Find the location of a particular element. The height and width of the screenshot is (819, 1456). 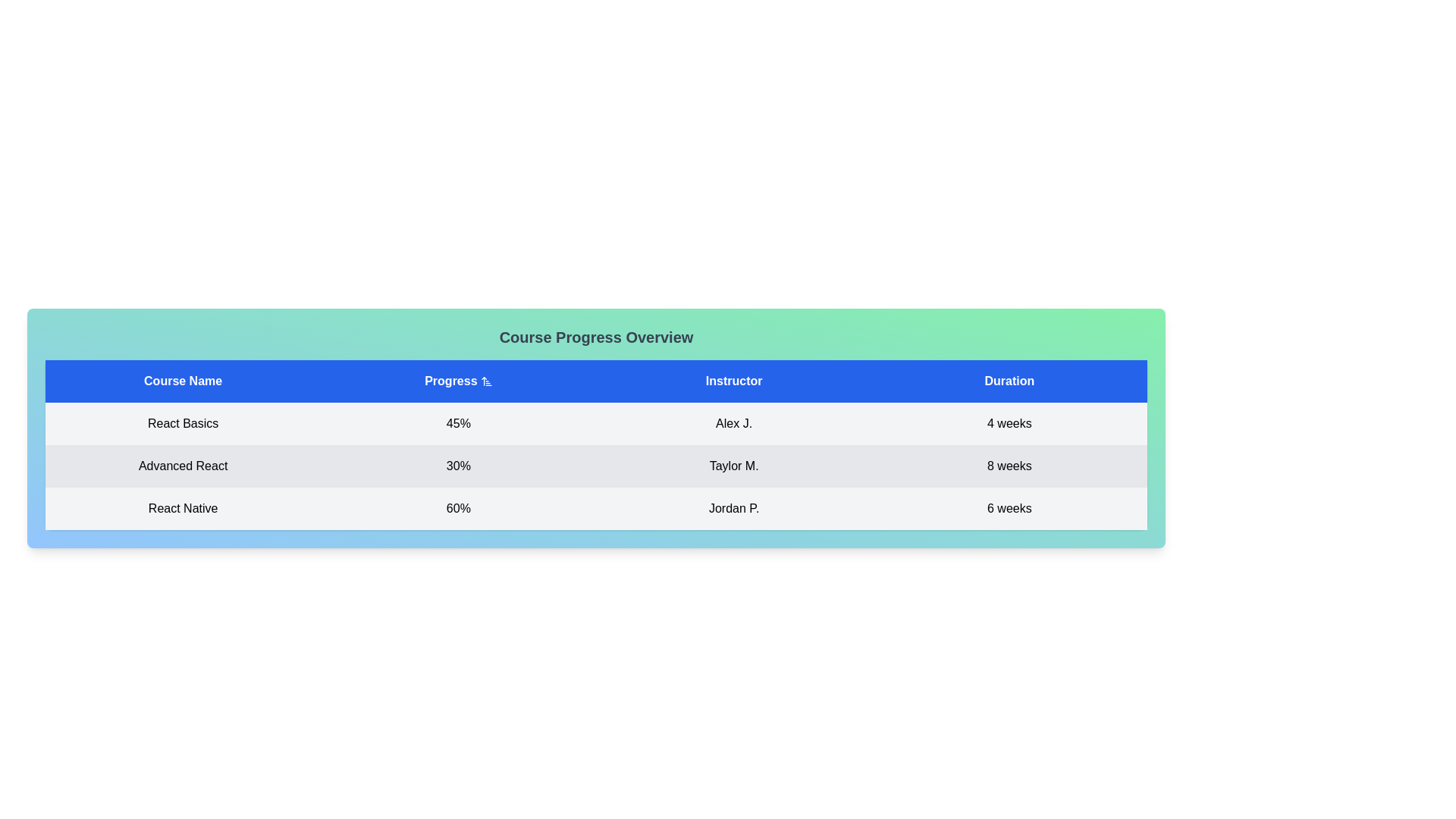

the 'Duration' Table Header Cell, which is the fourth column header in the table indicating duration data is located at coordinates (1009, 380).